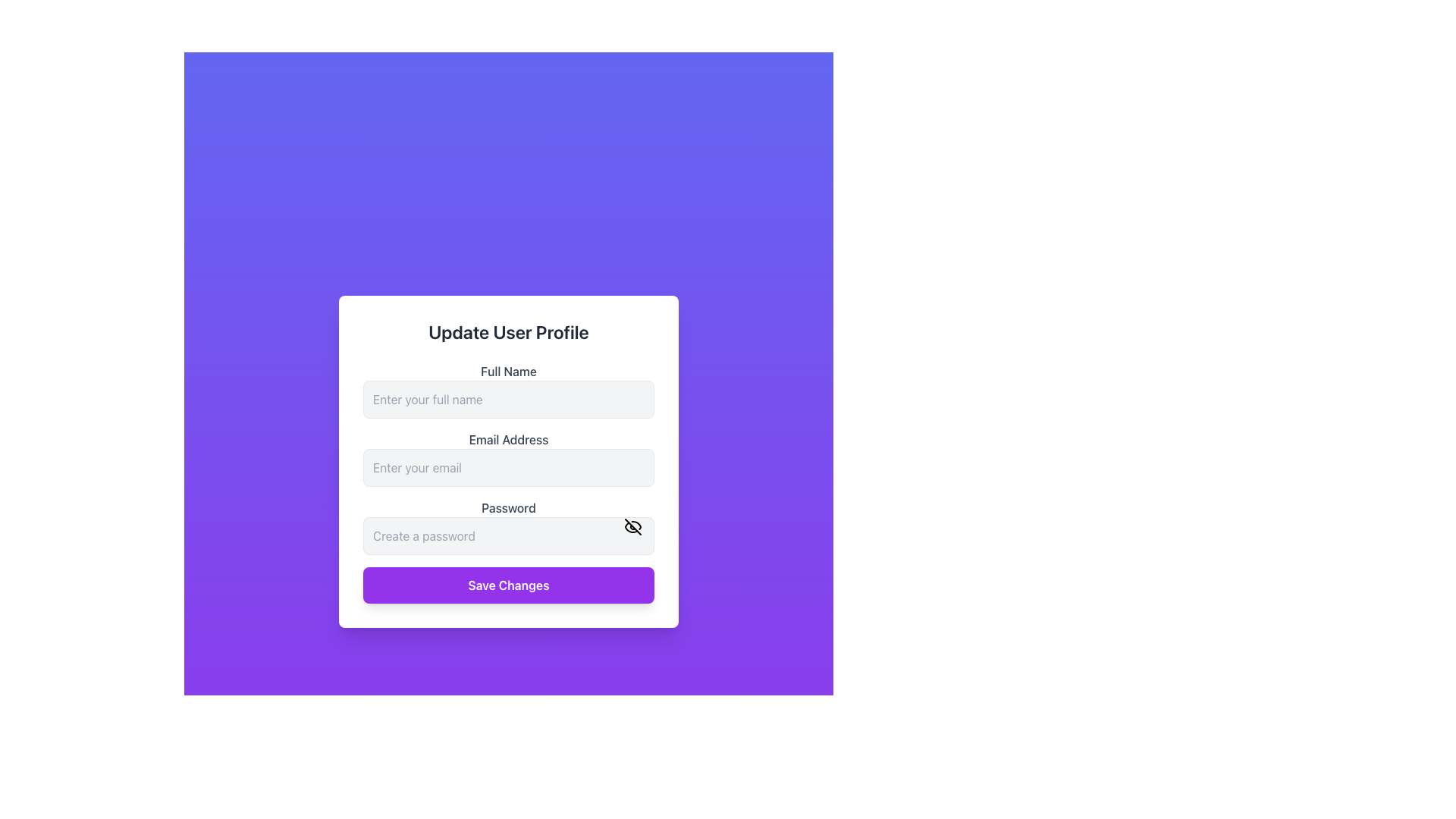 The width and height of the screenshot is (1456, 819). Describe the element at coordinates (509, 331) in the screenshot. I see `the static text element that serves as a title for updating user profile details, positioned above the 'Full Name' field` at that location.